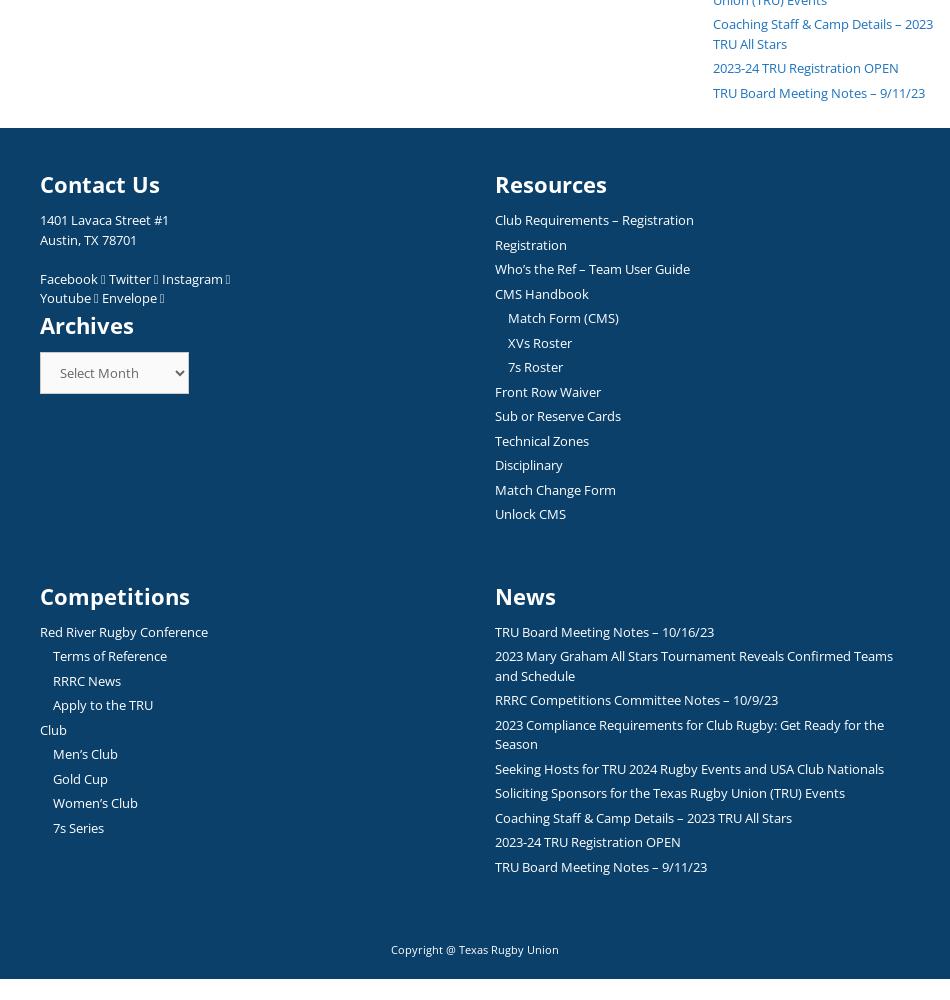  I want to click on '2023 Mary Graham All Stars Tournament Reveals Confirmed Teams and Schedule', so click(693, 665).